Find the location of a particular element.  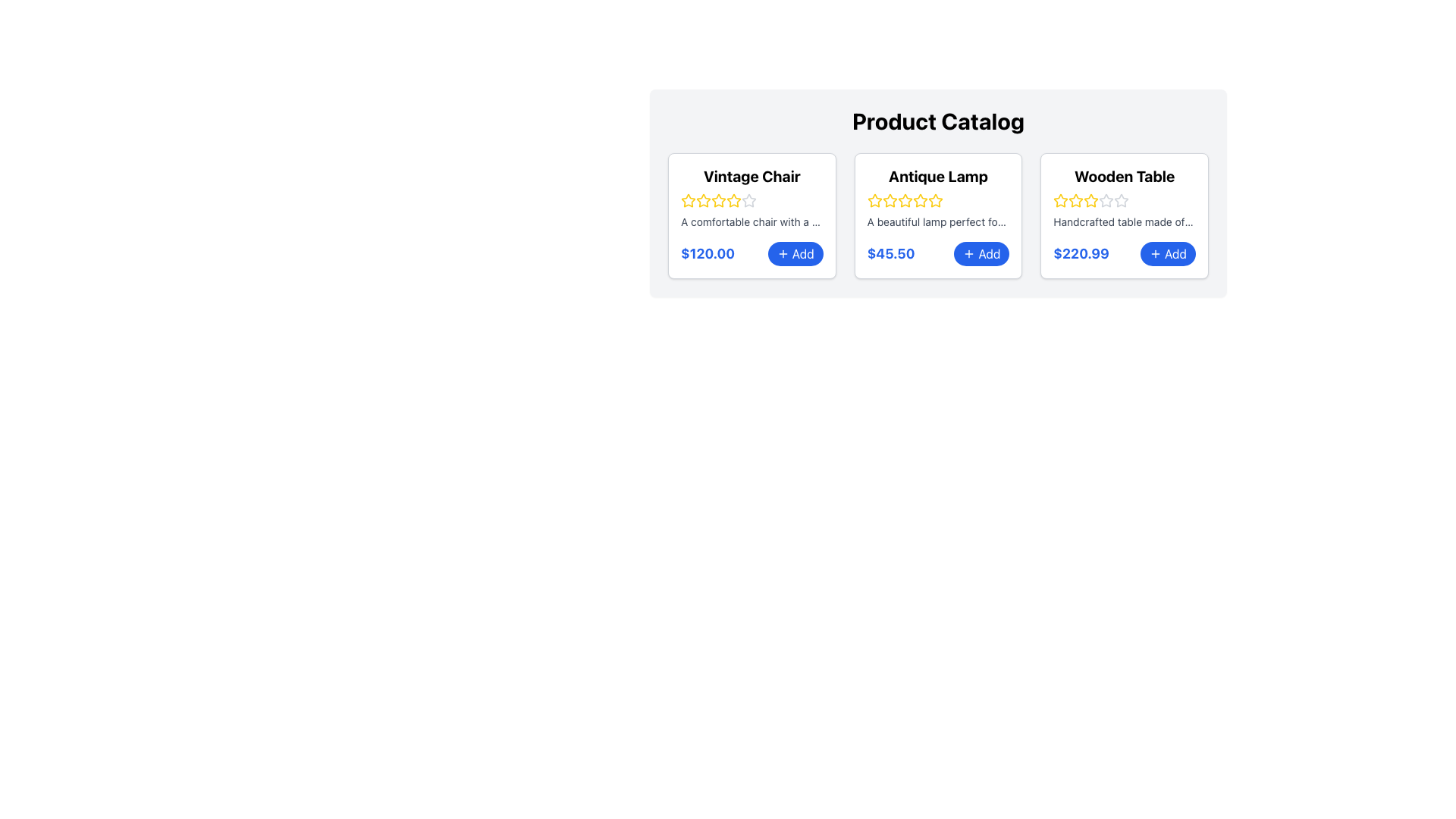

the second yellow star in the rating system for the 'Antique Lamp' product card is located at coordinates (905, 199).